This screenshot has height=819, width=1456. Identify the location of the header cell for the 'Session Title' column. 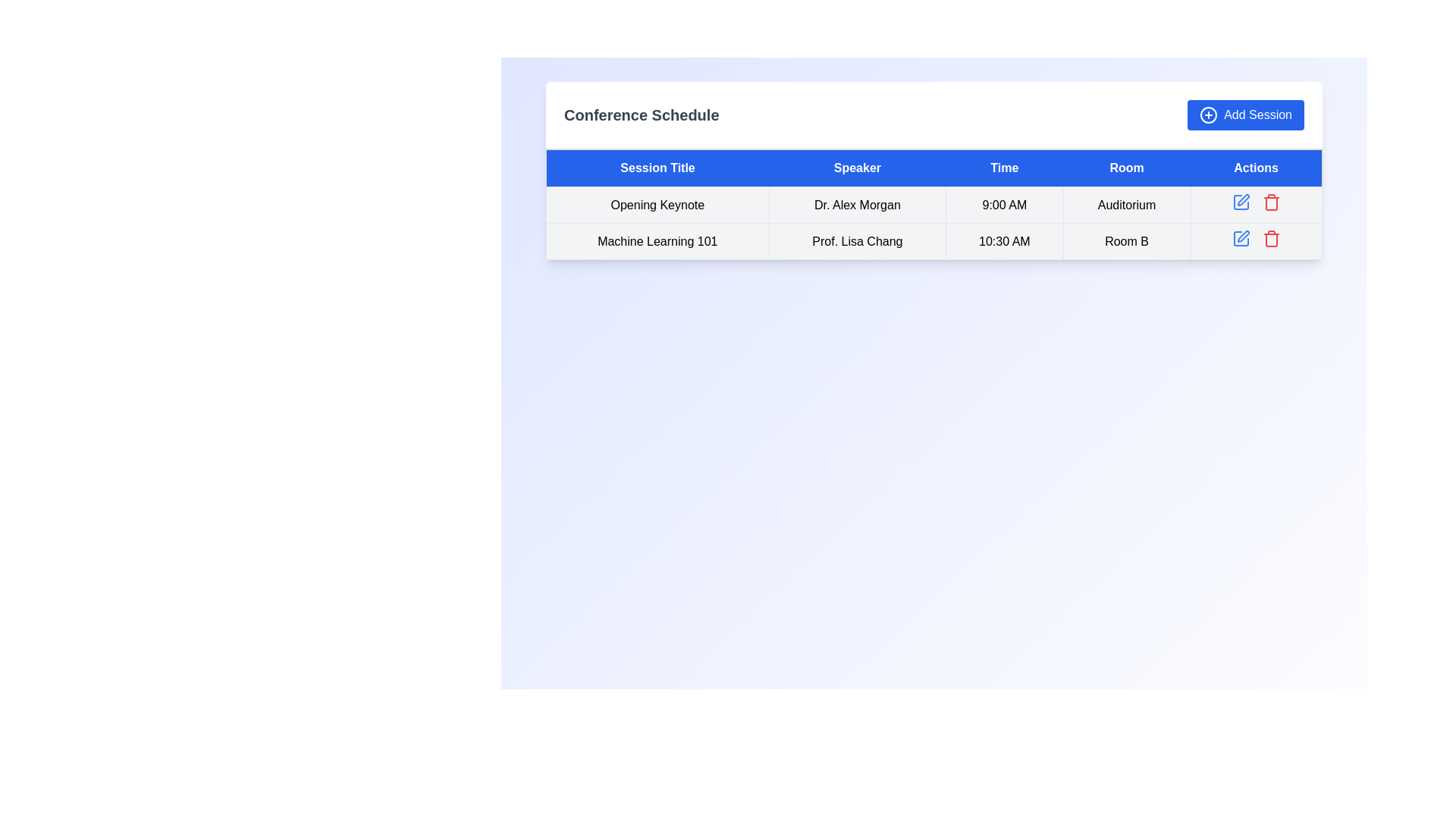
(657, 168).